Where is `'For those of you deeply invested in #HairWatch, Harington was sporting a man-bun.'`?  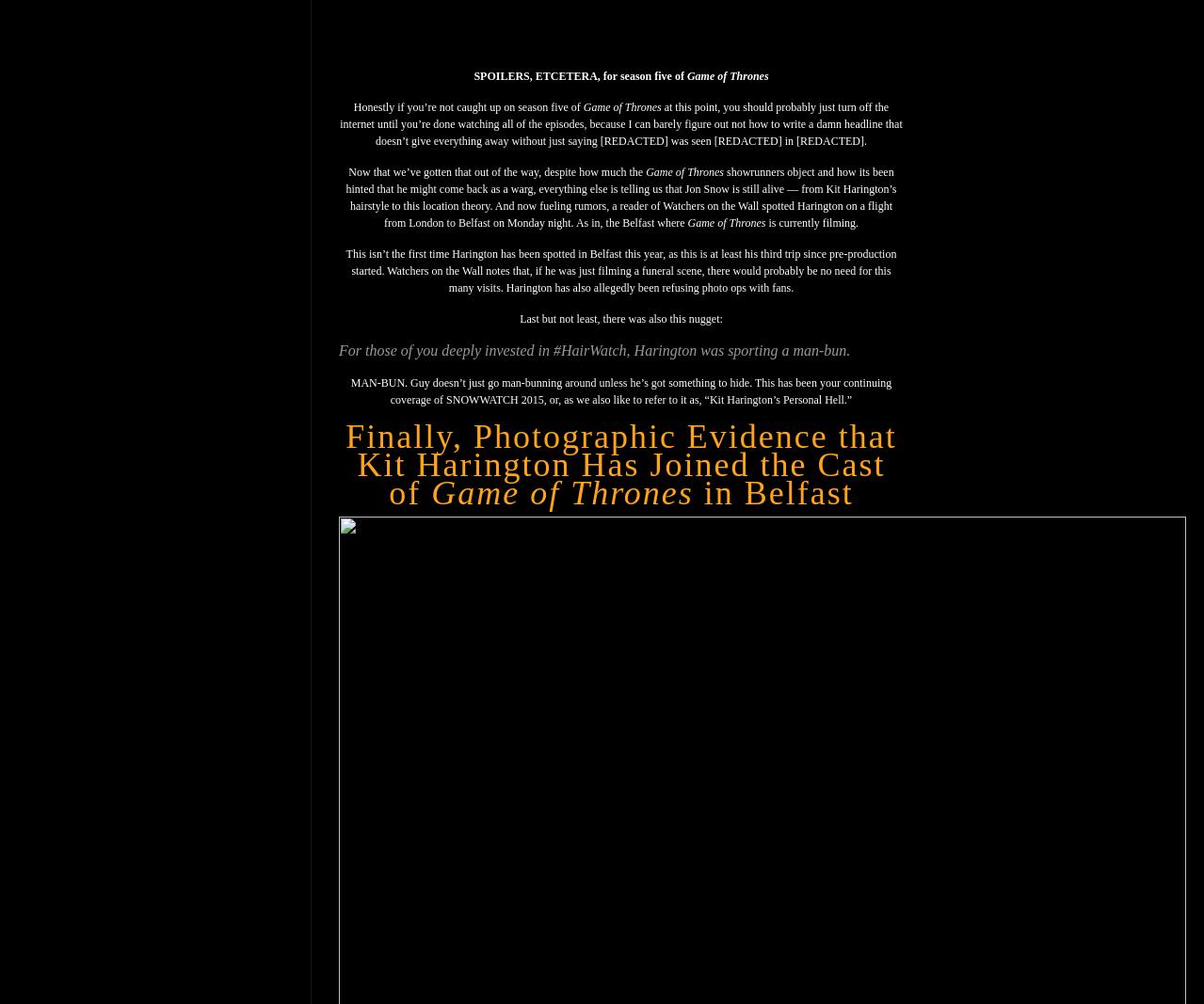 'For those of you deeply invested in #HairWatch, Harington was sporting a man-bun.' is located at coordinates (338, 349).